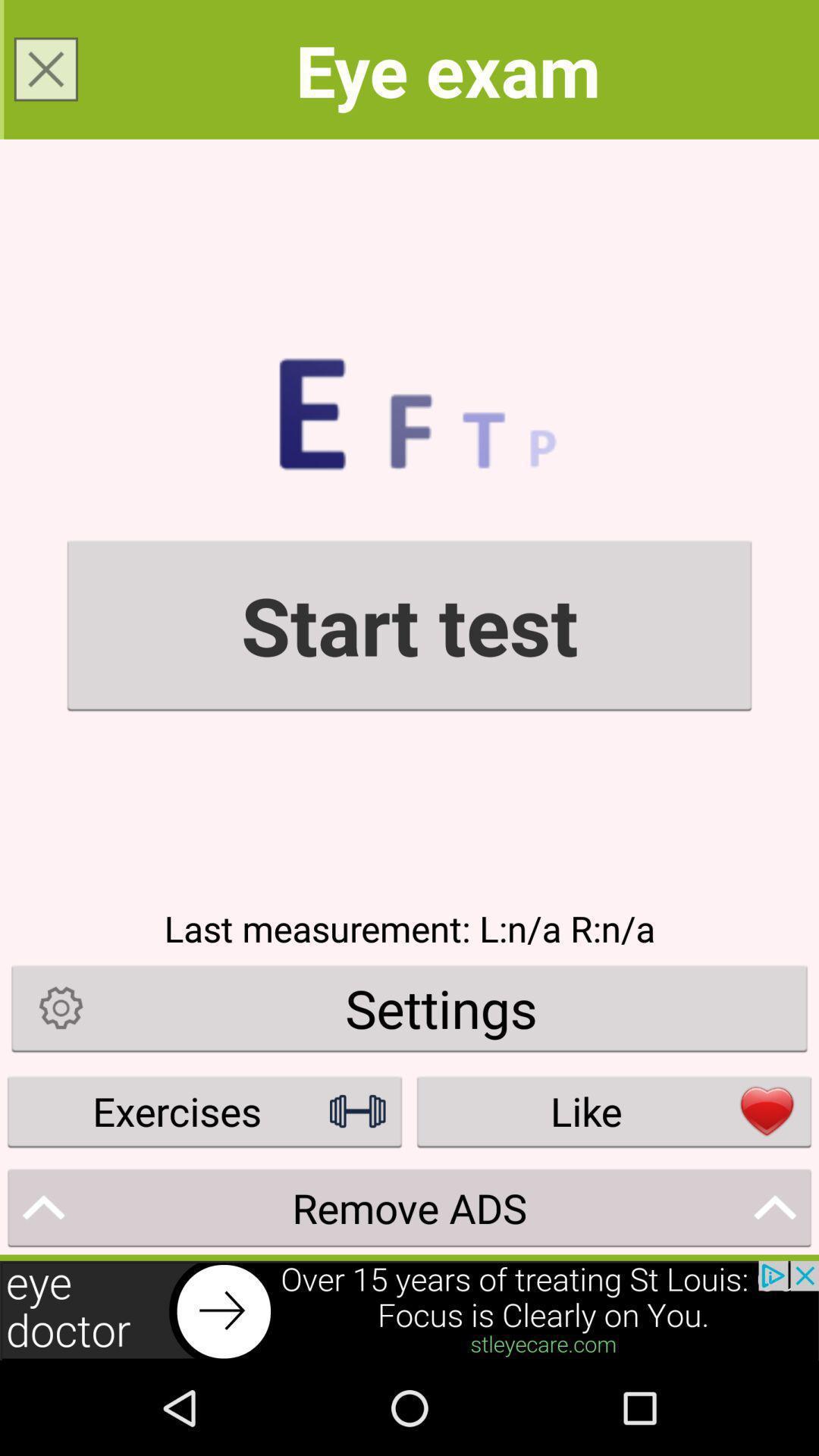 The image size is (819, 1456). Describe the element at coordinates (45, 68) in the screenshot. I see `the page` at that location.